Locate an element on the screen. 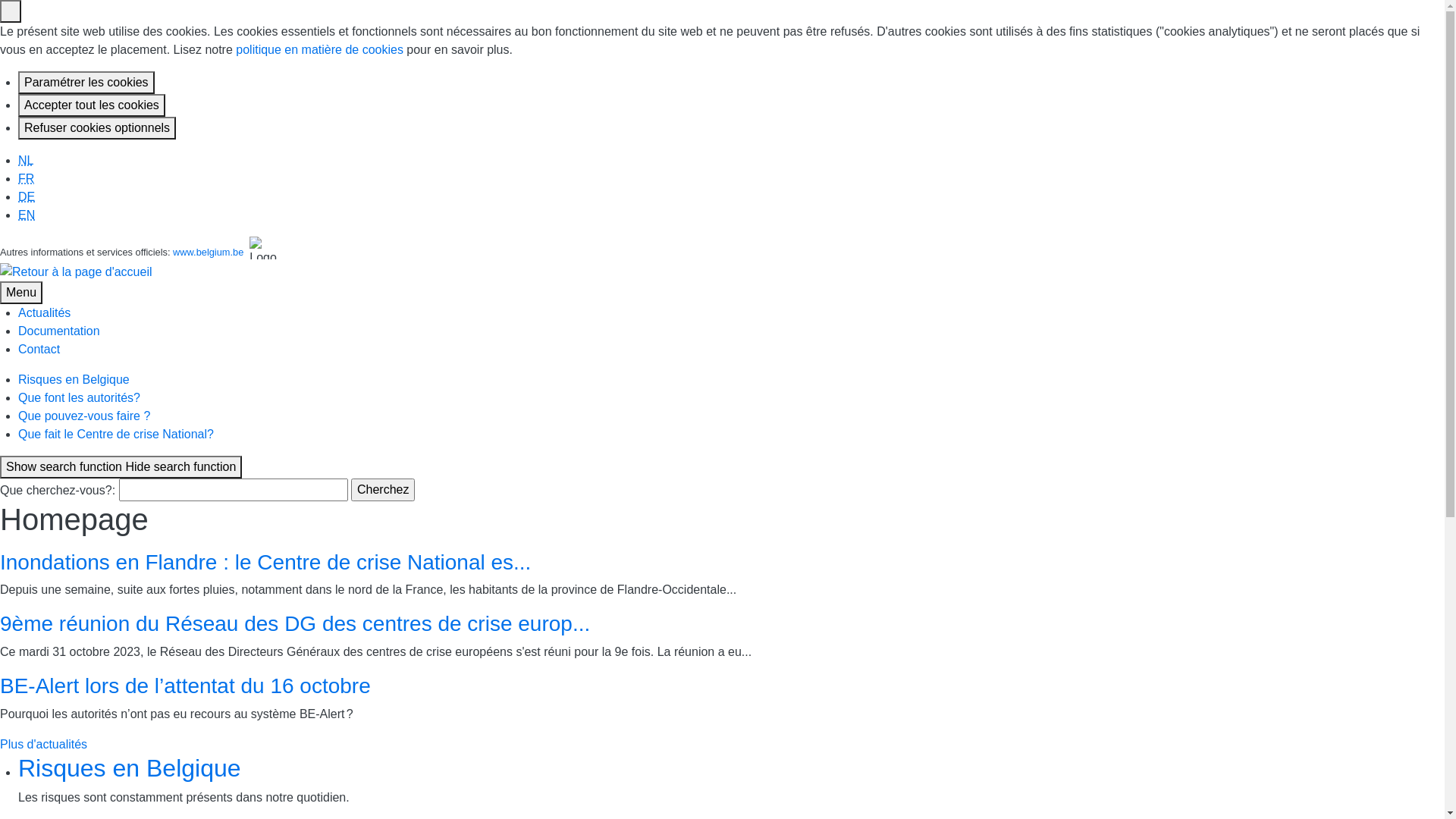 Image resolution: width=1456 pixels, height=819 pixels. 'EN' is located at coordinates (26, 215).